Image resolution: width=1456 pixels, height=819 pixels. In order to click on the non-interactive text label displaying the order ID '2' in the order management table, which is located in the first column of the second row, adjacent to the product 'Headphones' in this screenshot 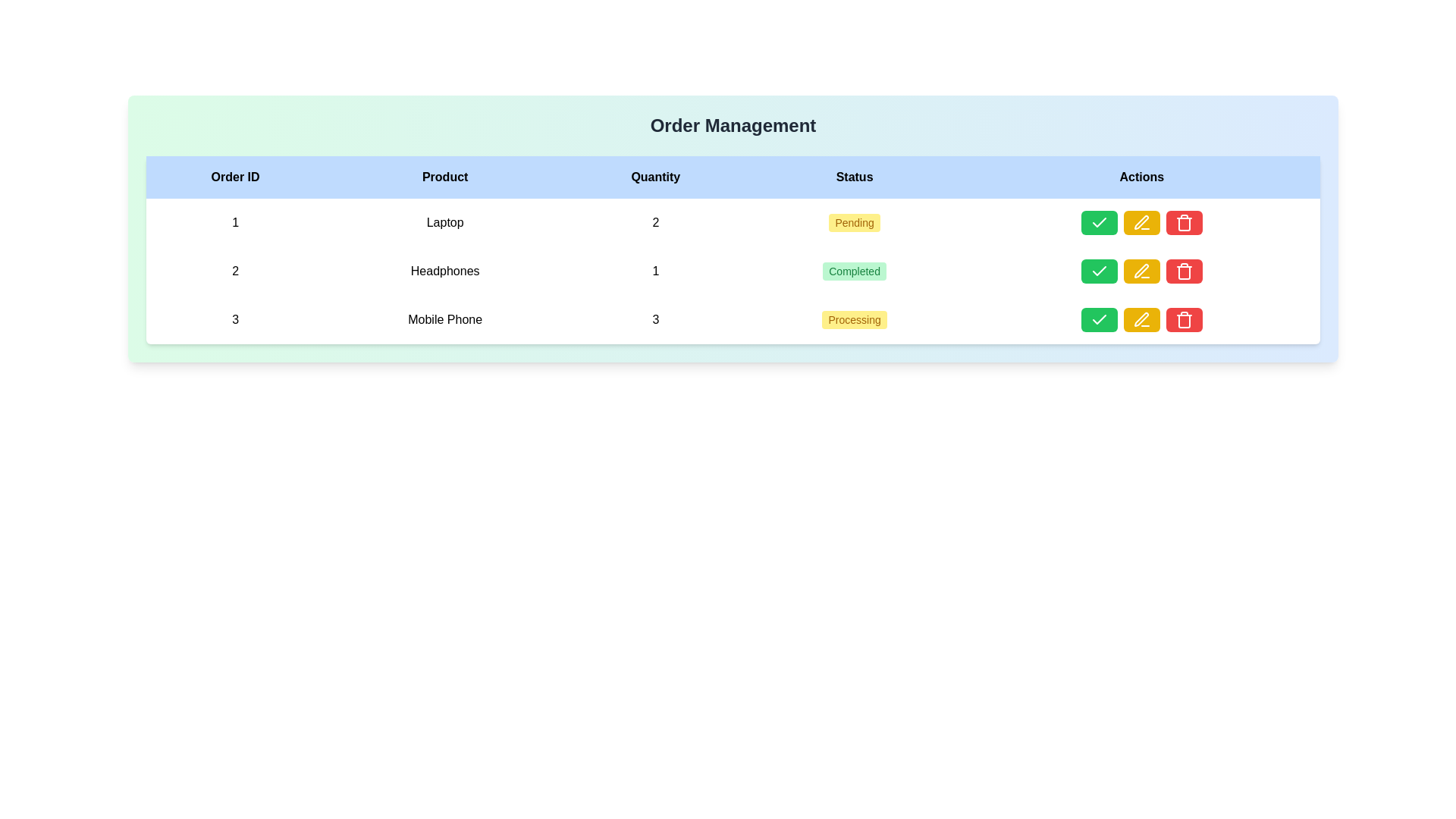, I will do `click(234, 271)`.